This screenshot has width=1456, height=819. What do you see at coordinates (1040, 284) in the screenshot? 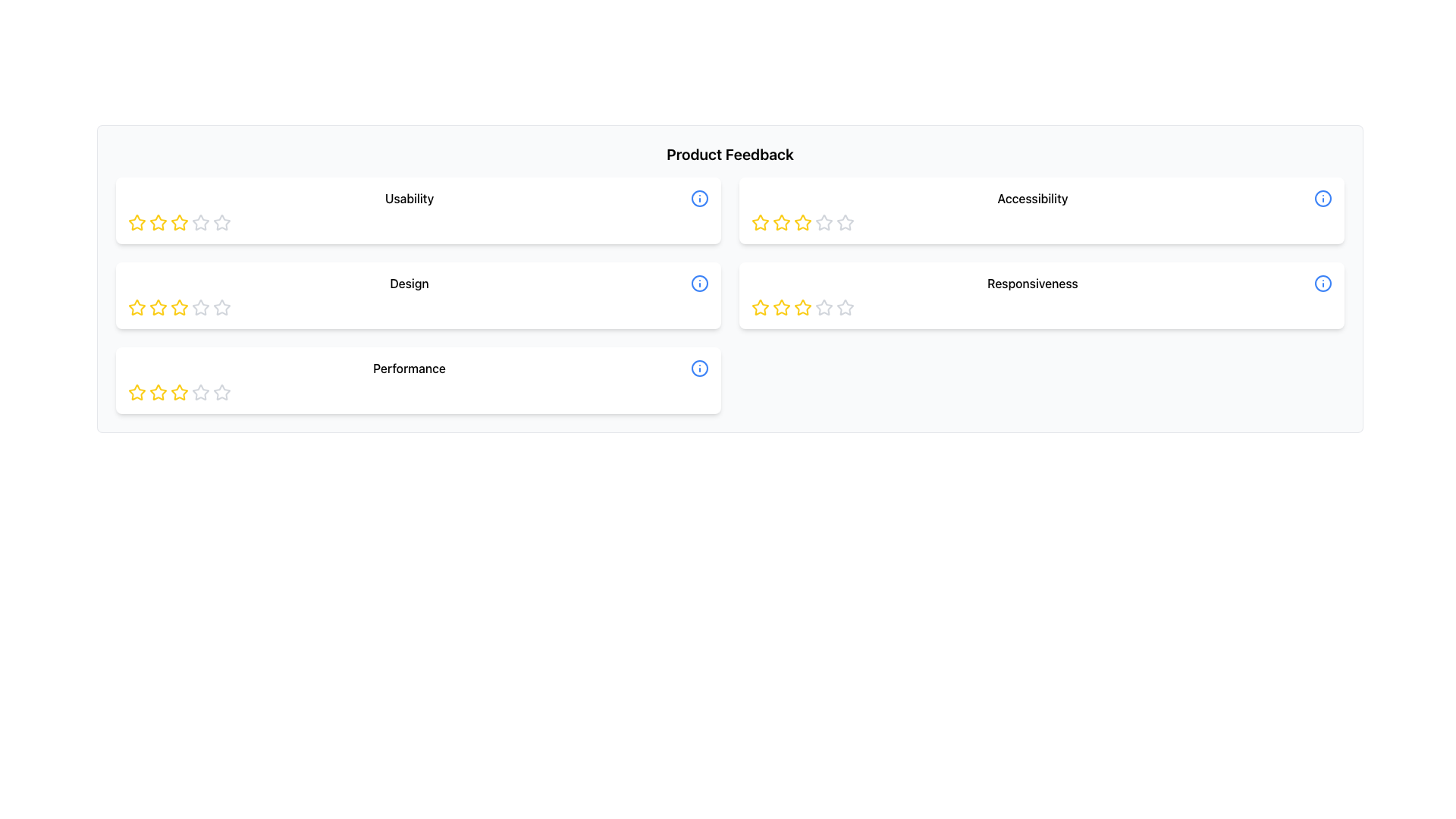
I see `the 'Responsiveness' text label in the product feedback review section, which is bold and black in color` at bounding box center [1040, 284].